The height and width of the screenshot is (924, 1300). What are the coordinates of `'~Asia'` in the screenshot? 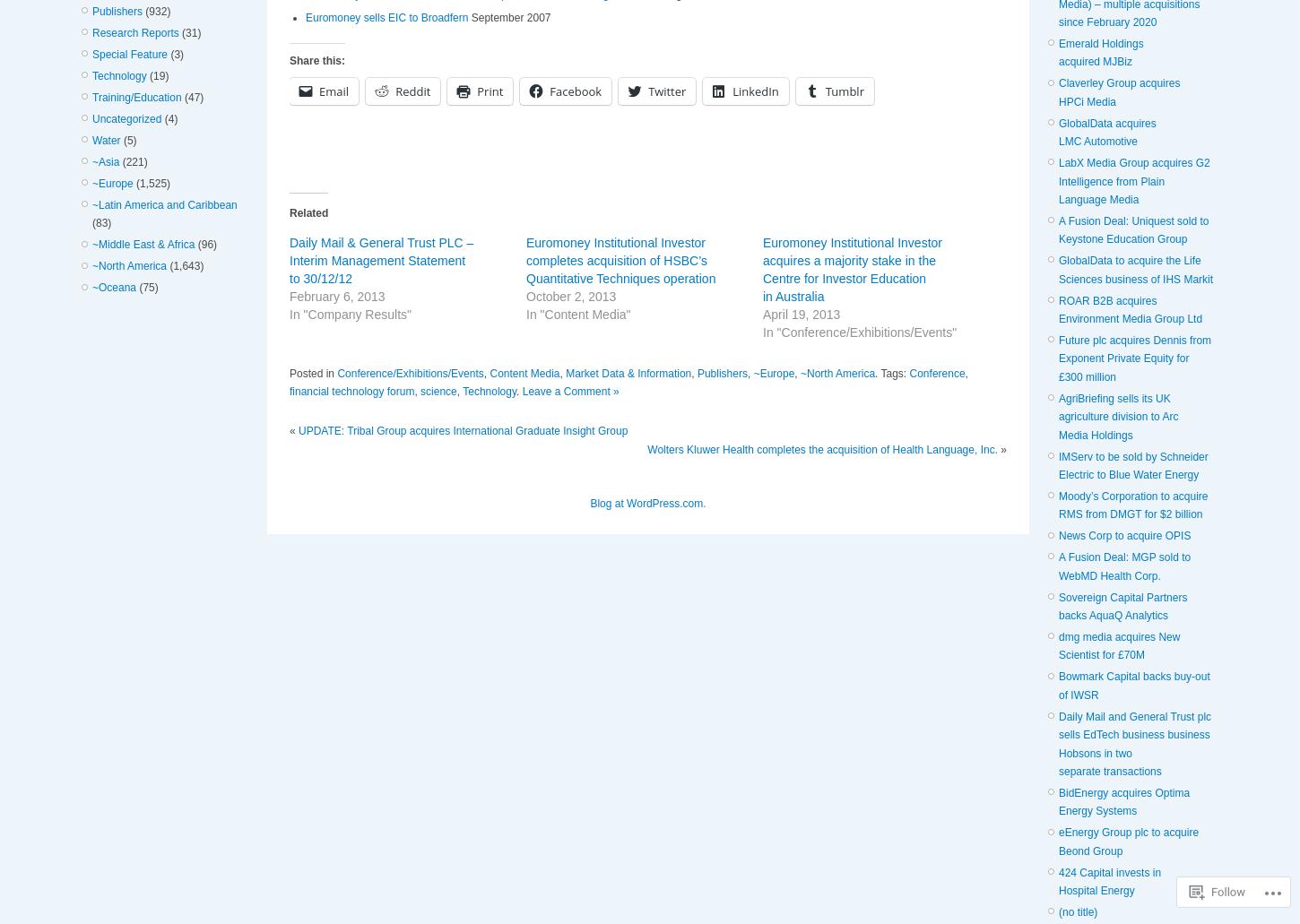 It's located at (106, 161).